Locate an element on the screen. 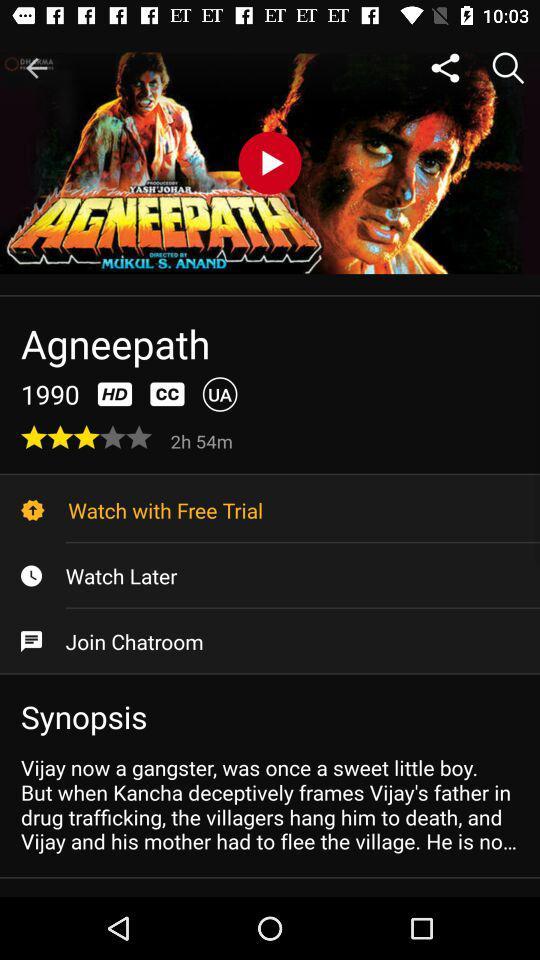  the join chatroom item is located at coordinates (270, 640).